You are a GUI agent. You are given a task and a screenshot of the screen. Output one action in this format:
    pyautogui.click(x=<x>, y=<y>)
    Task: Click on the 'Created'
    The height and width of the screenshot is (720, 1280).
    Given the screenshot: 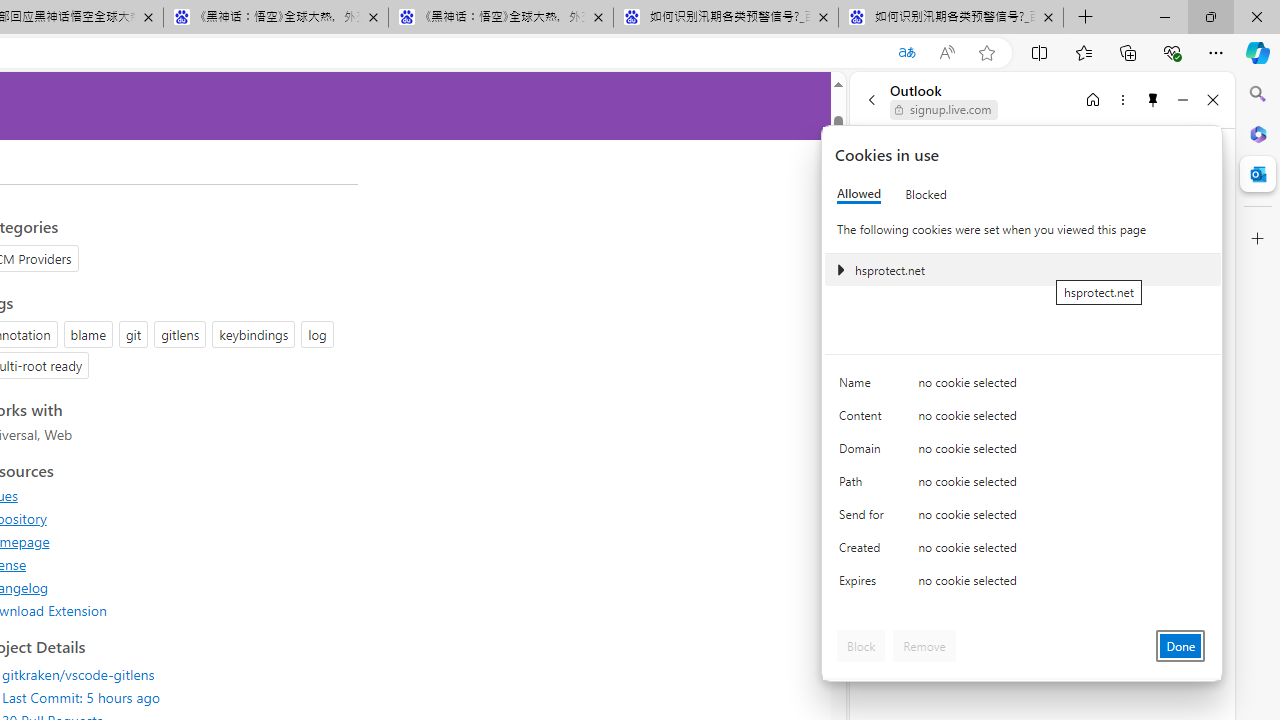 What is the action you would take?
    pyautogui.click(x=865, y=552)
    